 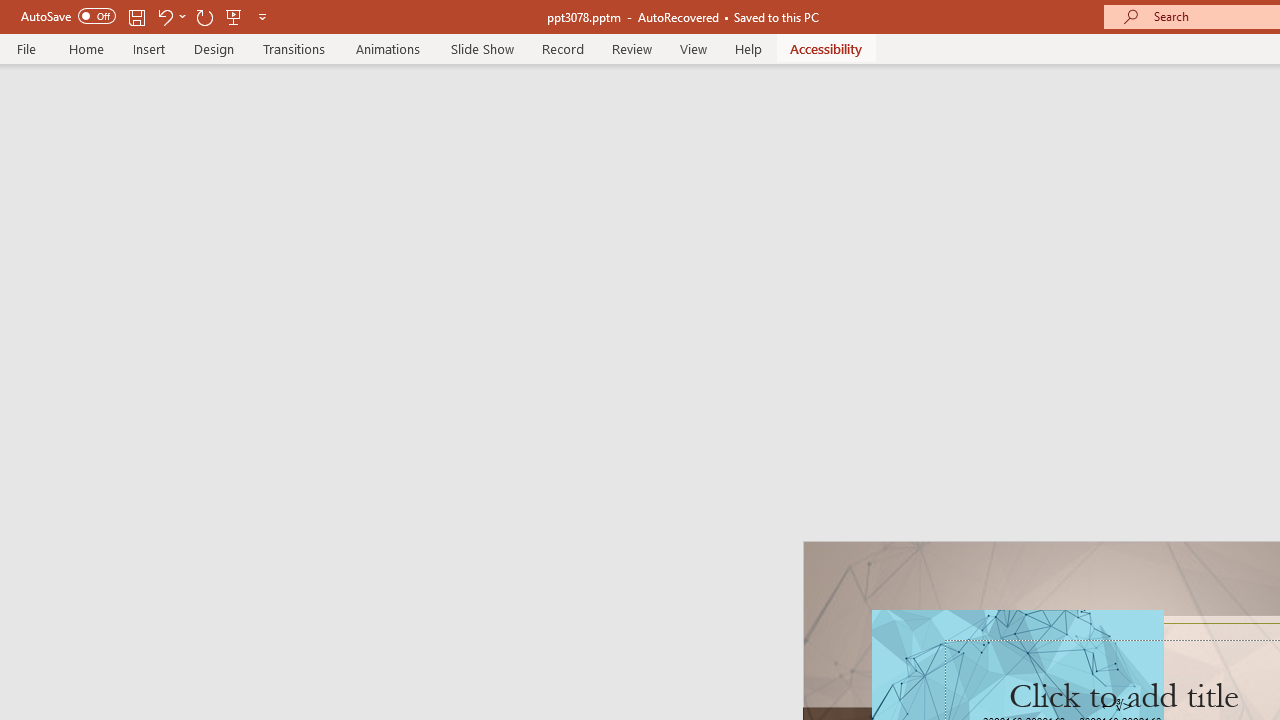 I want to click on 'Transitions', so click(x=294, y=48).